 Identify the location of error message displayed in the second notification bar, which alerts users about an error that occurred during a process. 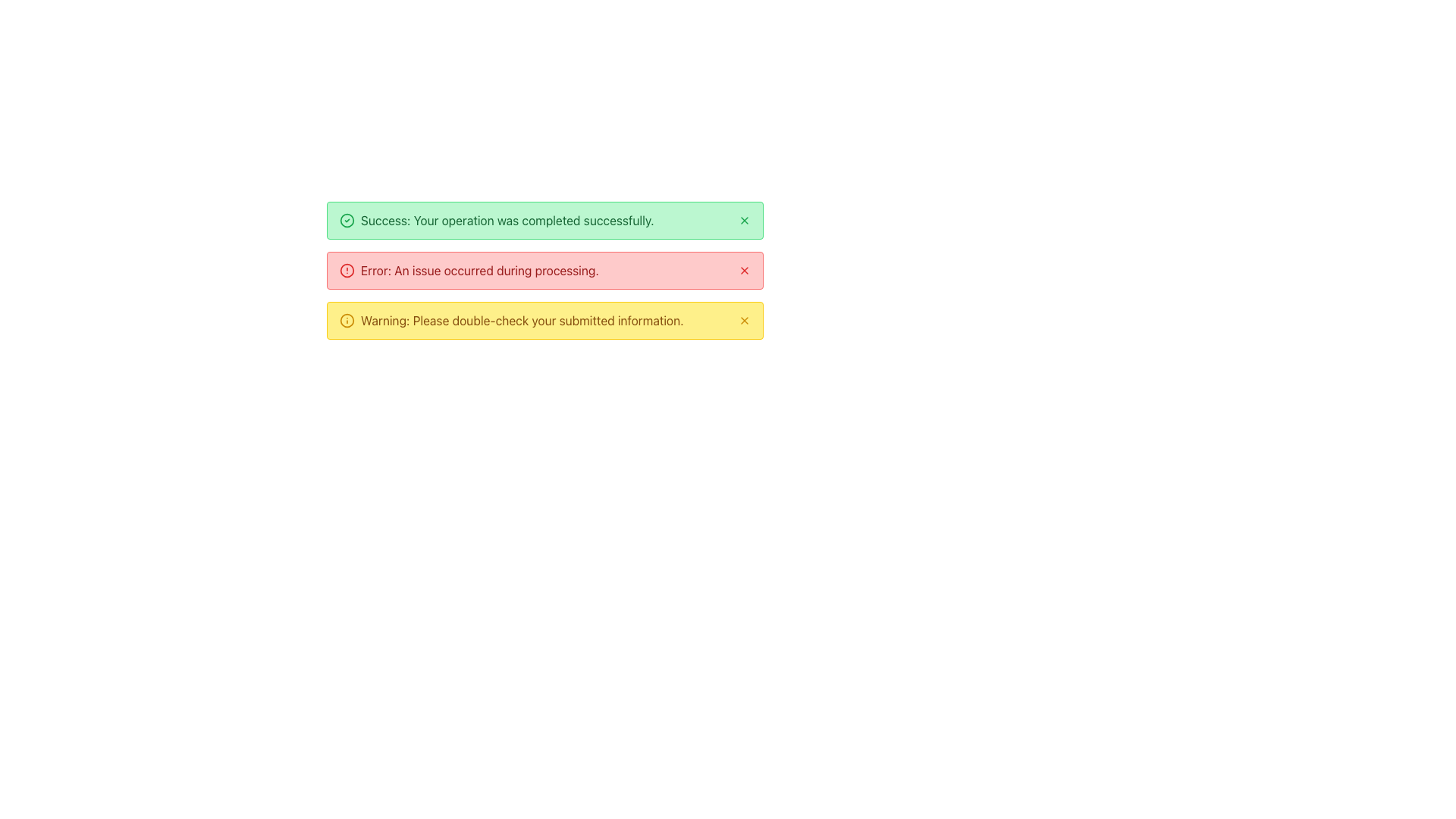
(545, 270).